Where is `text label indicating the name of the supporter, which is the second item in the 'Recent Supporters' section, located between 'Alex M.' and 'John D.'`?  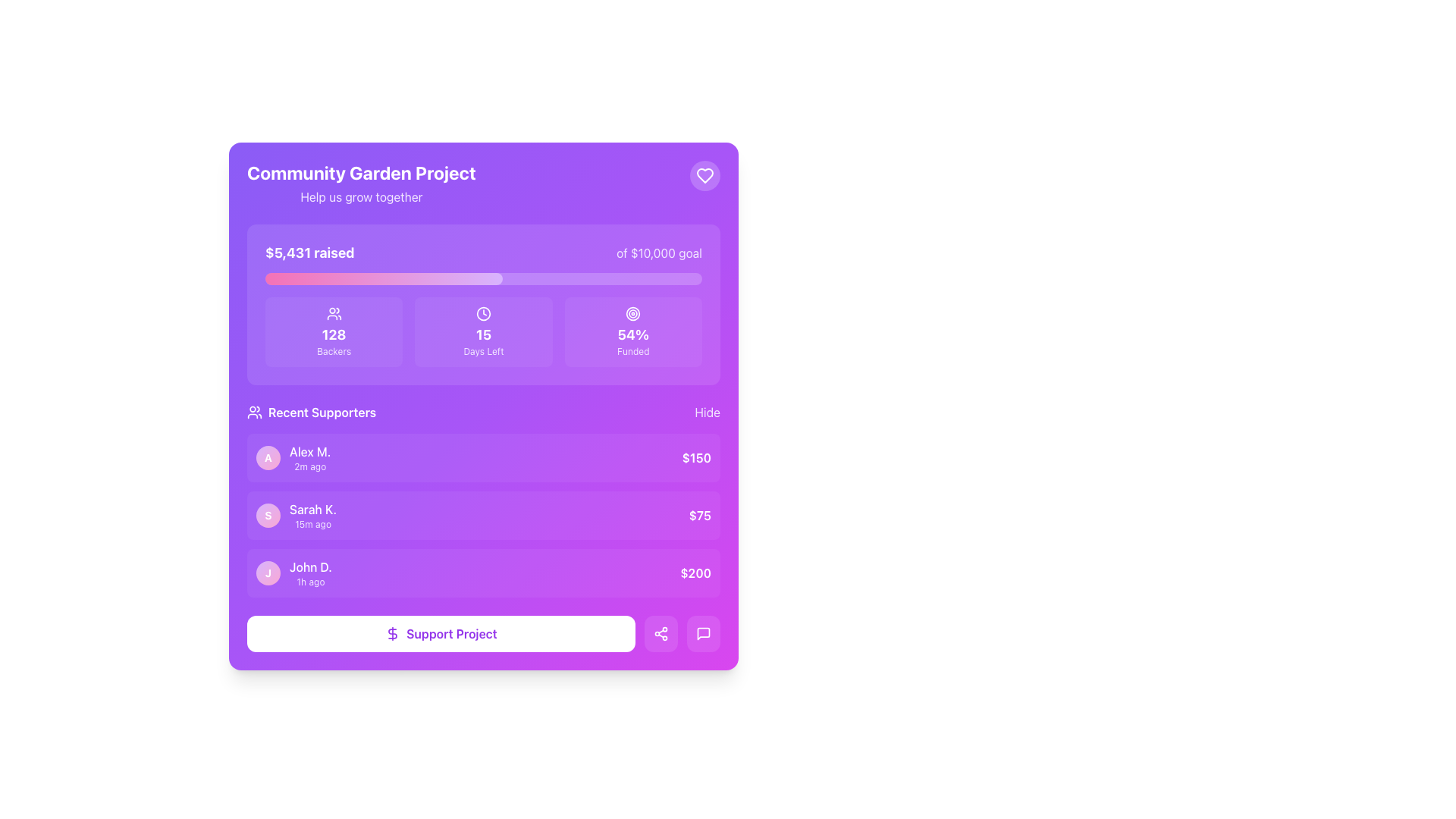
text label indicating the name of the supporter, which is the second item in the 'Recent Supporters' section, located between 'Alex M.' and 'John D.' is located at coordinates (312, 509).